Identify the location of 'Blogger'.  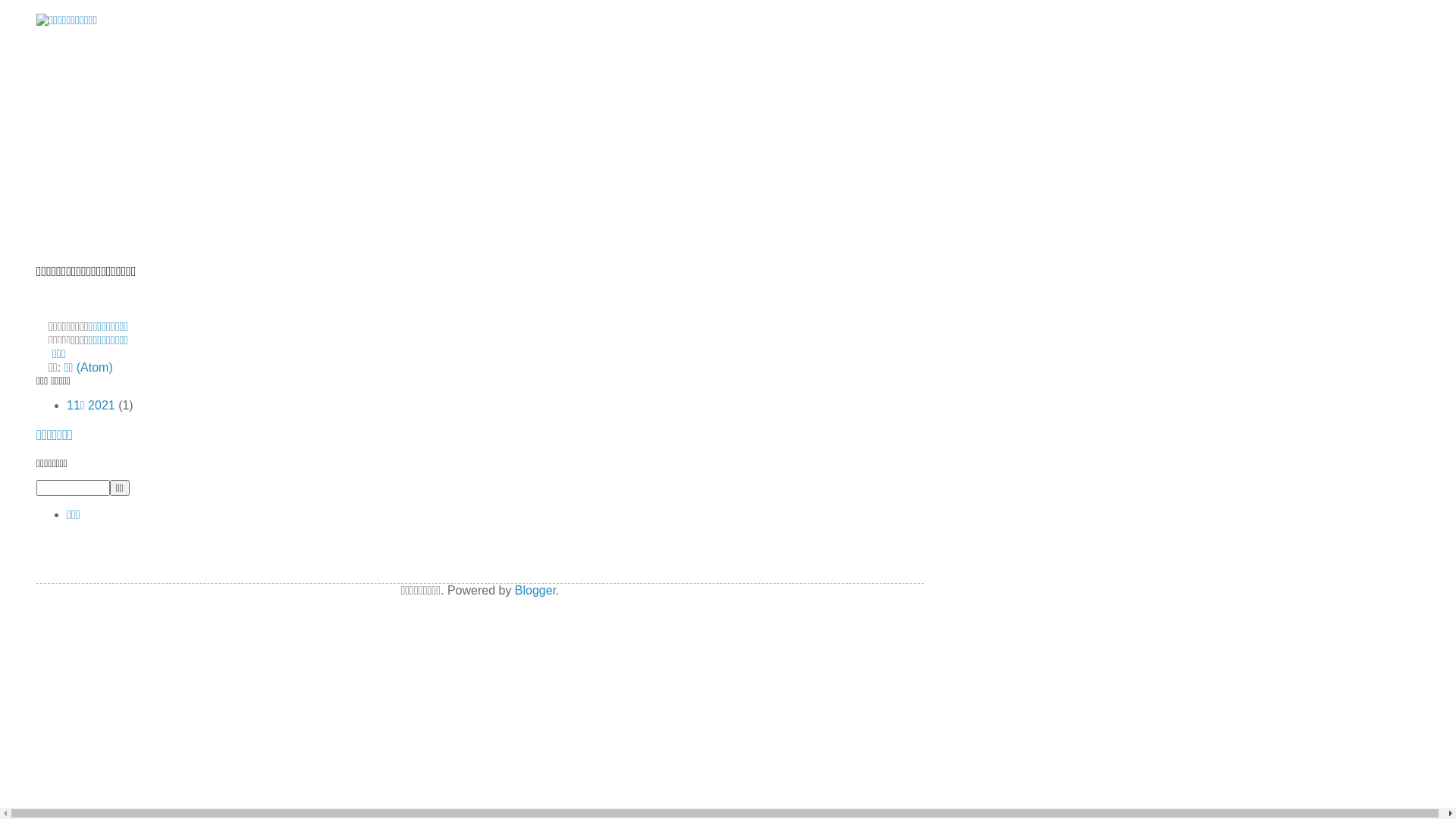
(535, 589).